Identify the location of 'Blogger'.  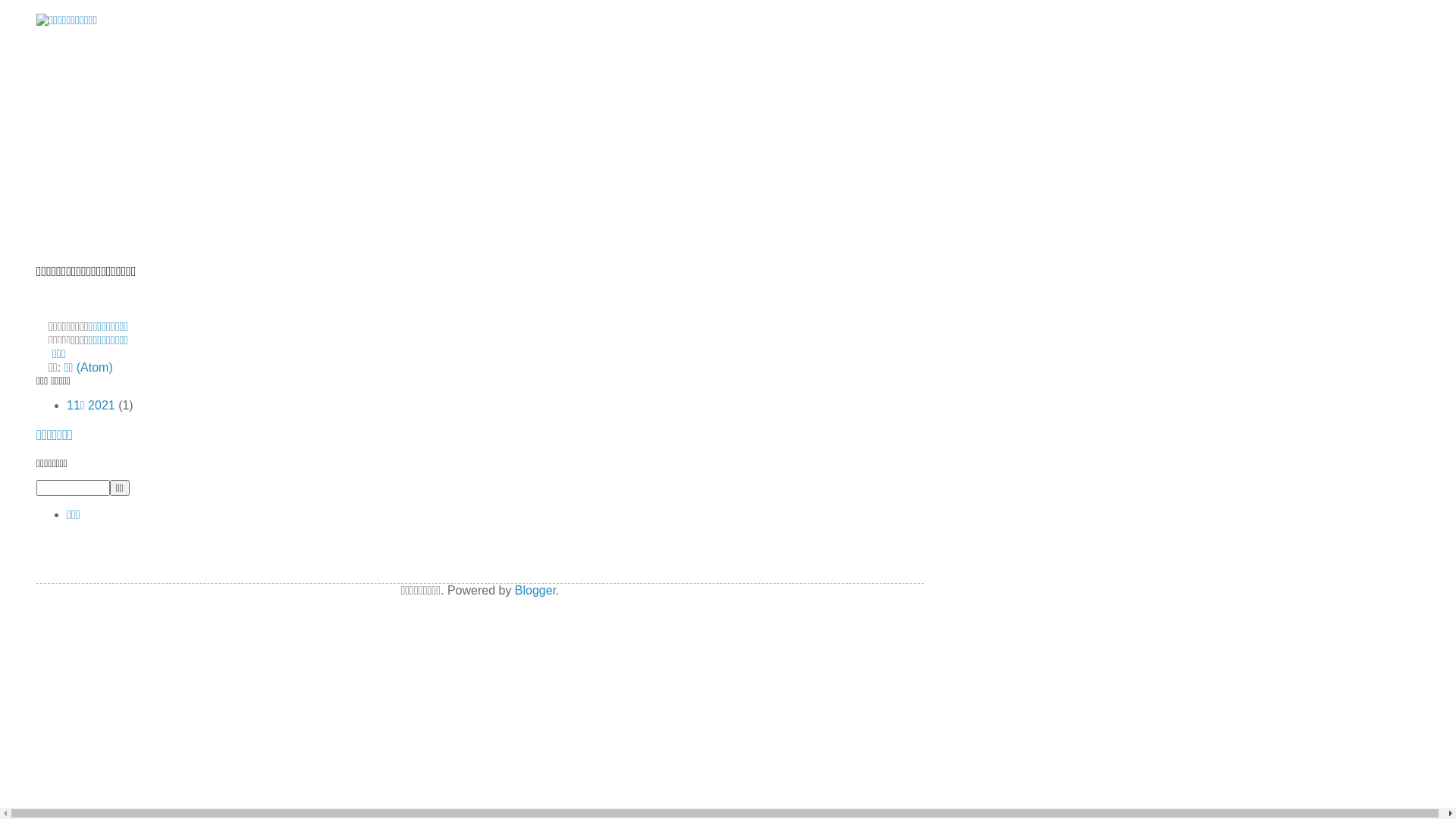
(535, 589).